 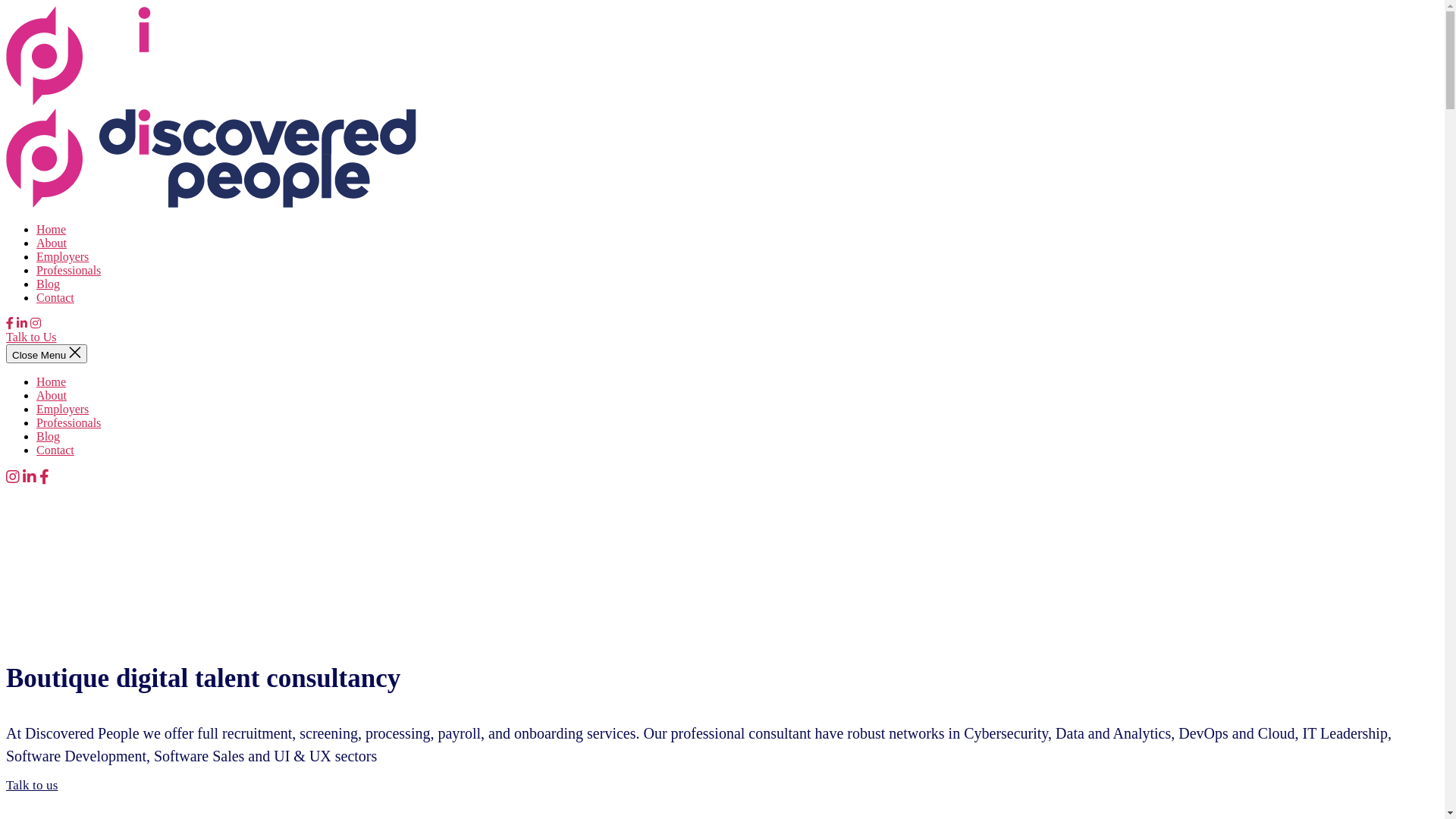 I want to click on 'Blog', so click(x=48, y=284).